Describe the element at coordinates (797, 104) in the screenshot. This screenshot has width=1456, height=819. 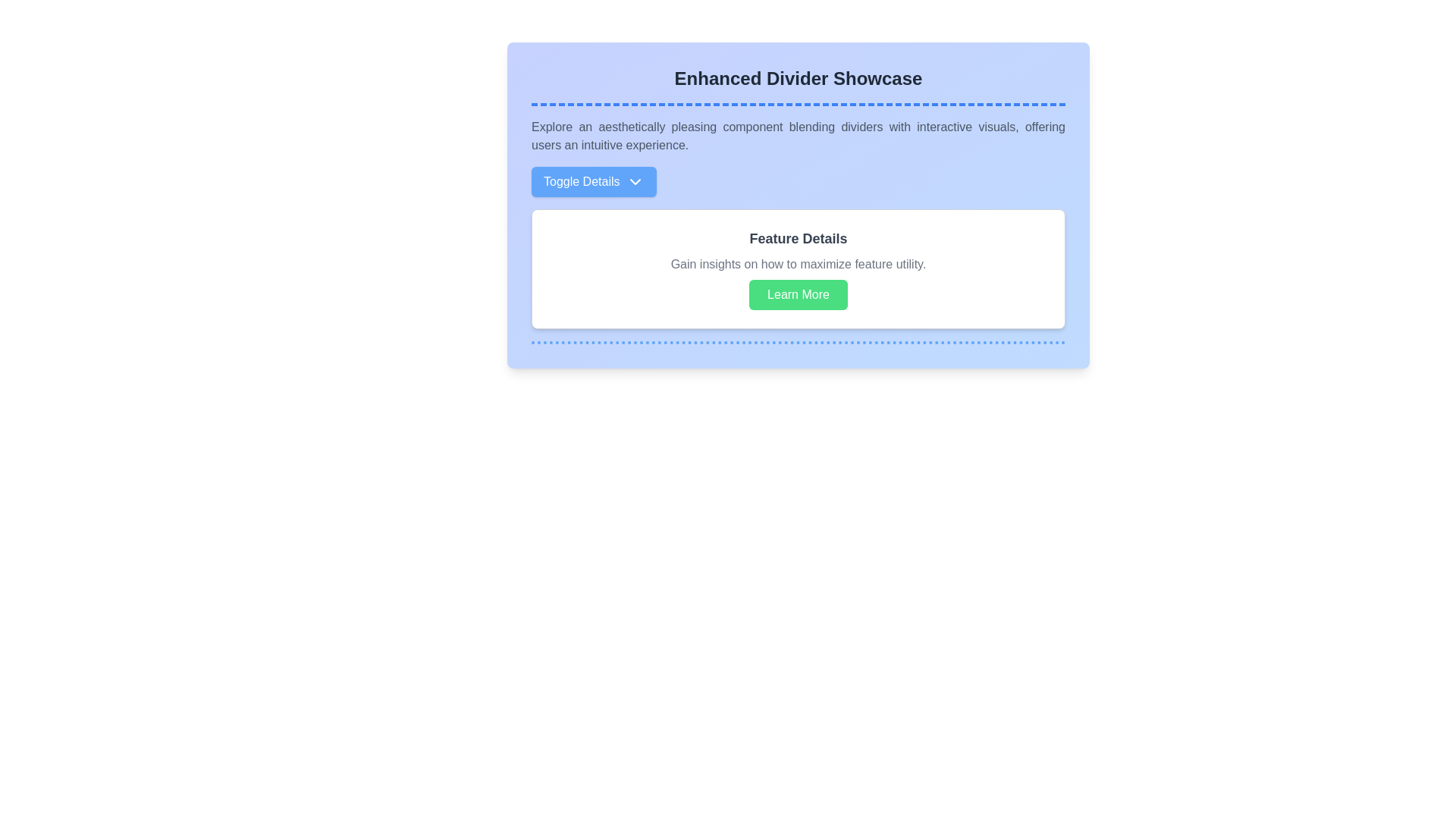
I see `the horizontal dashed line divider styled in blue, located just below the title 'Enhanced Divider Showcase'` at that location.